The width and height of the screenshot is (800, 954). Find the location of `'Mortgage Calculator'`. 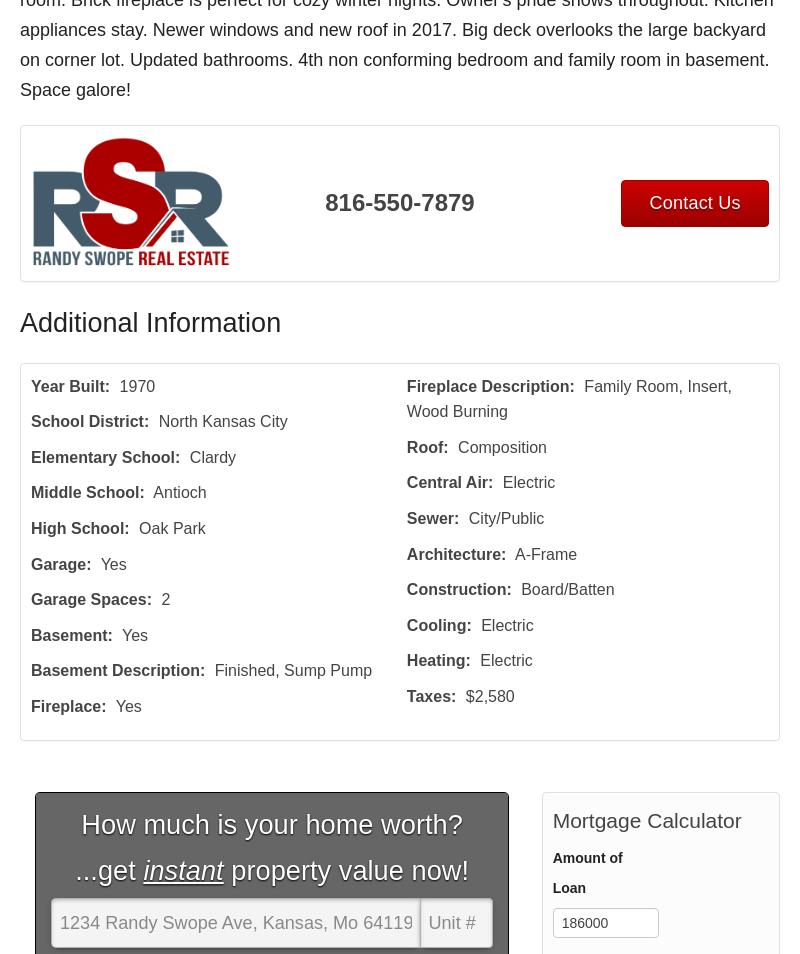

'Mortgage Calculator' is located at coordinates (645, 819).